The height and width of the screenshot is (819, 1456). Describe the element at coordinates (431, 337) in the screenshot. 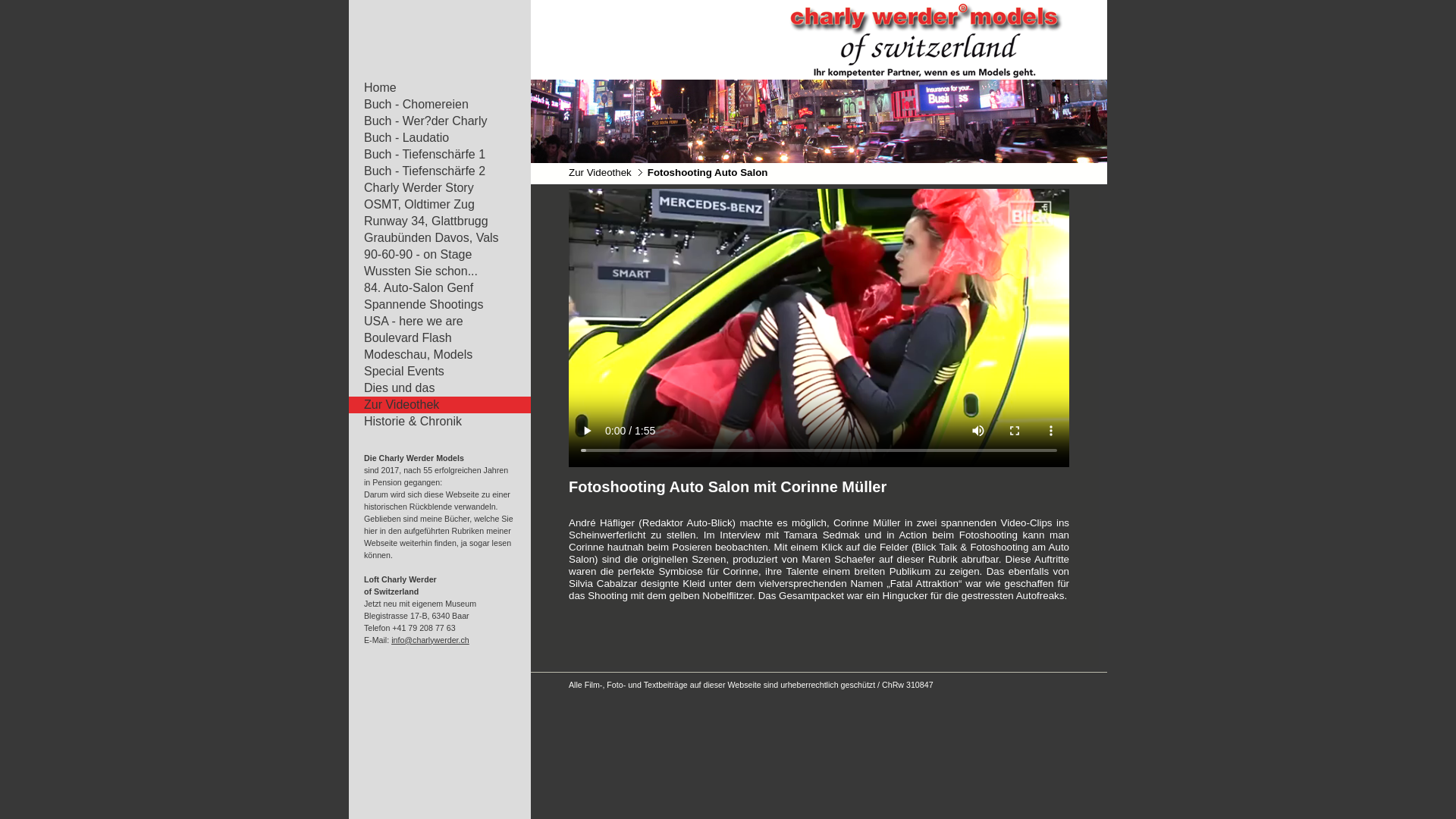

I see `'Boulevard Flash'` at that location.